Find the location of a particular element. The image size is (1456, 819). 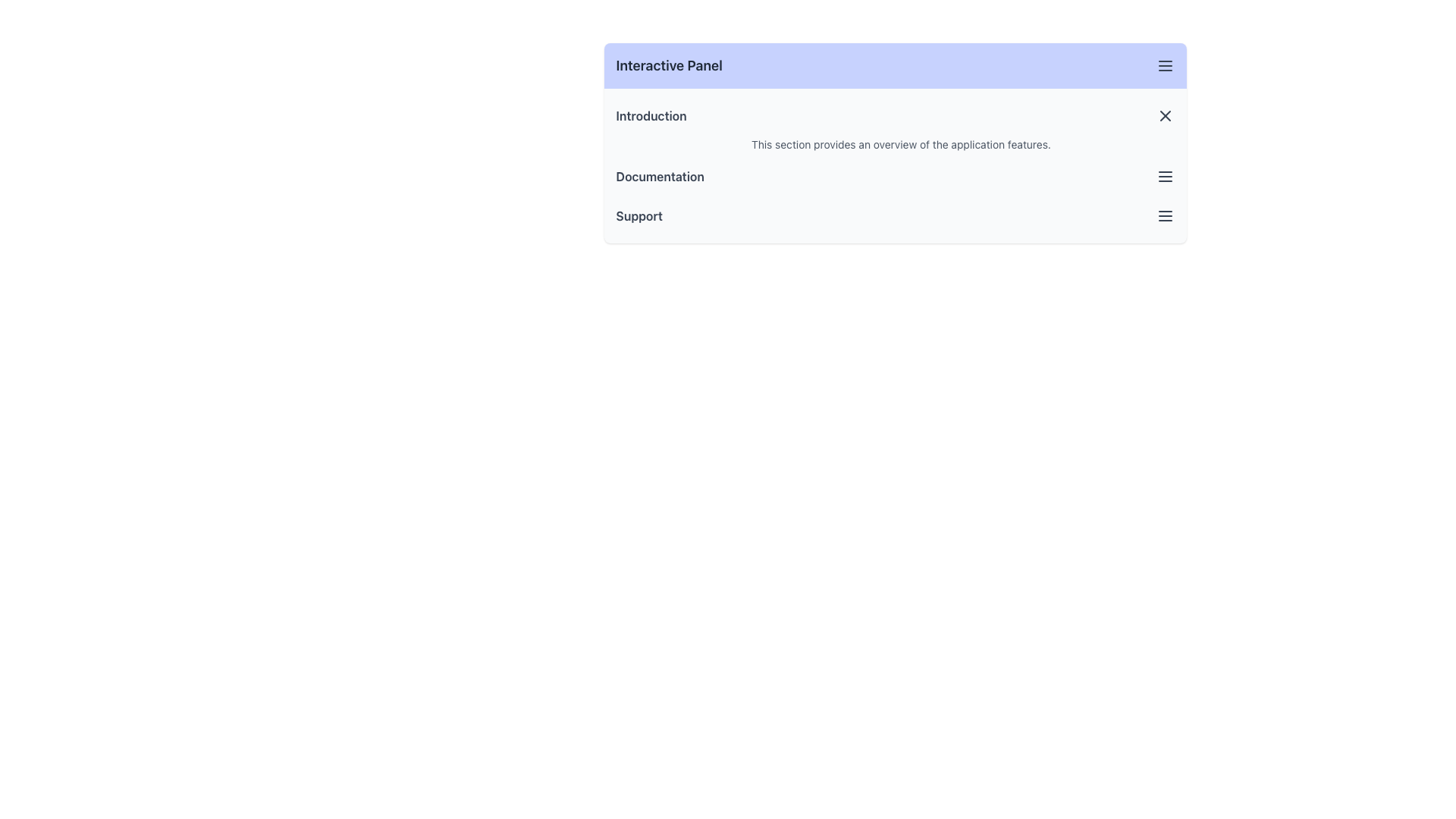

the Menu icon located to the far-right of the 'Documentation' label is located at coordinates (1164, 175).